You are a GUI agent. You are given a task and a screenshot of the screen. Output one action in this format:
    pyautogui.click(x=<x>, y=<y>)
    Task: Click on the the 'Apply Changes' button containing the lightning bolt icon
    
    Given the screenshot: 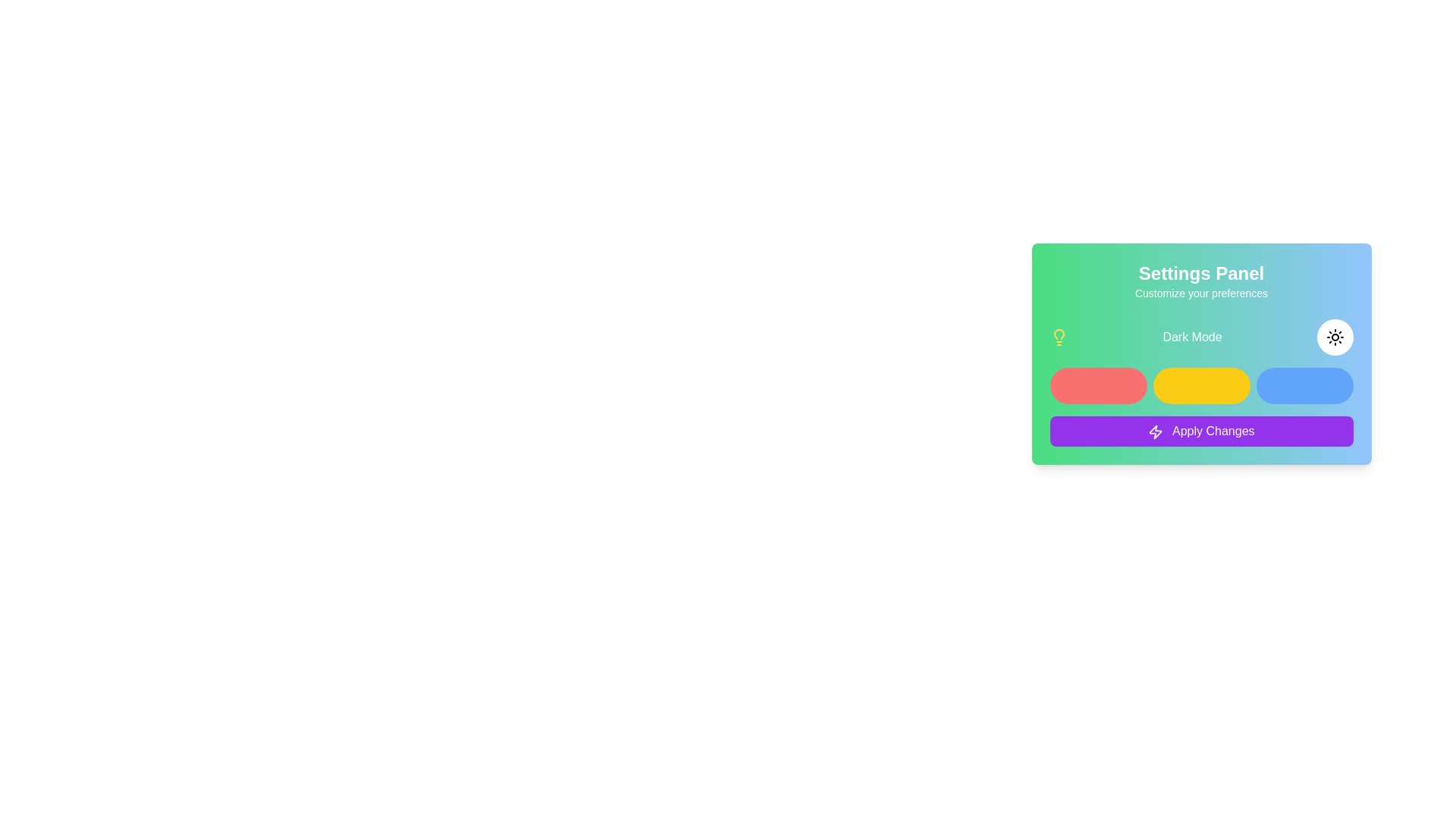 What is the action you would take?
    pyautogui.click(x=1155, y=431)
    